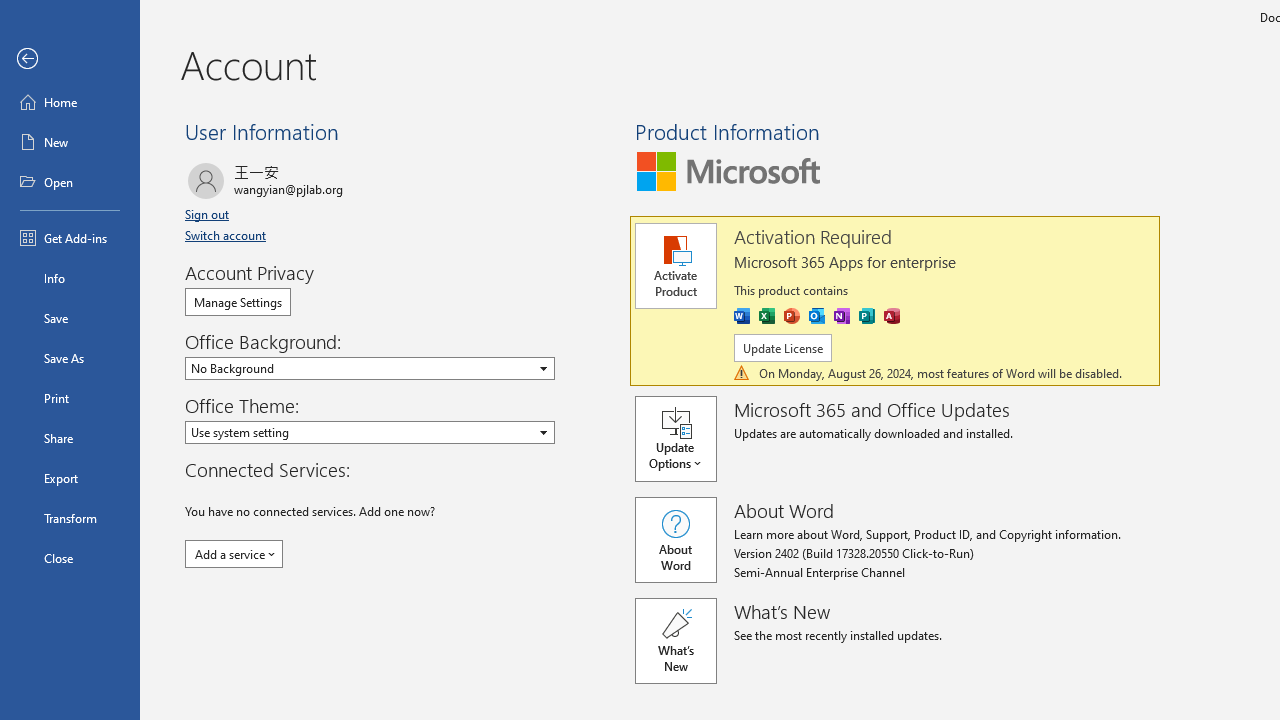  What do you see at coordinates (781, 347) in the screenshot?
I see `'Update License'` at bounding box center [781, 347].